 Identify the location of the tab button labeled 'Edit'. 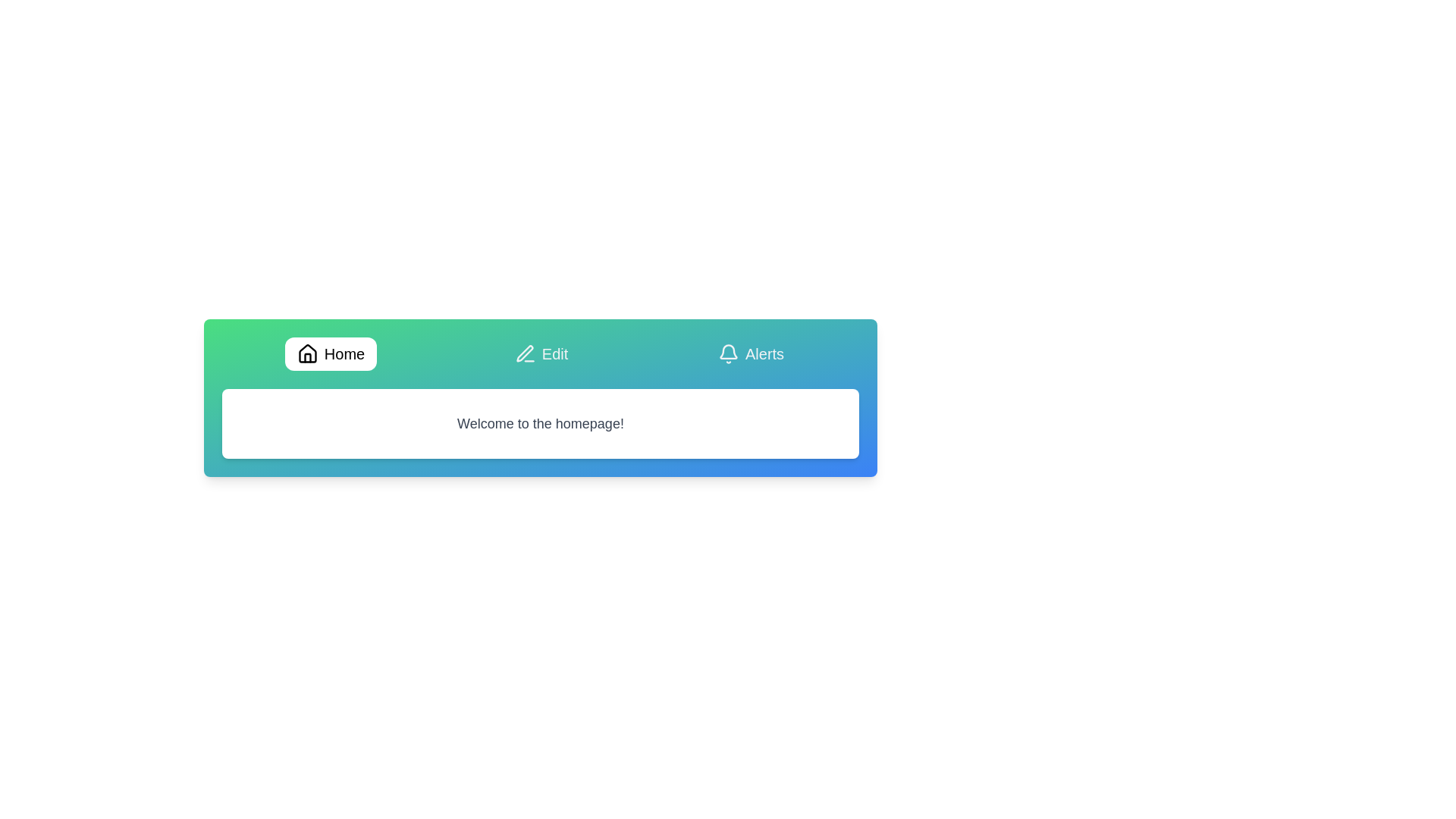
(541, 353).